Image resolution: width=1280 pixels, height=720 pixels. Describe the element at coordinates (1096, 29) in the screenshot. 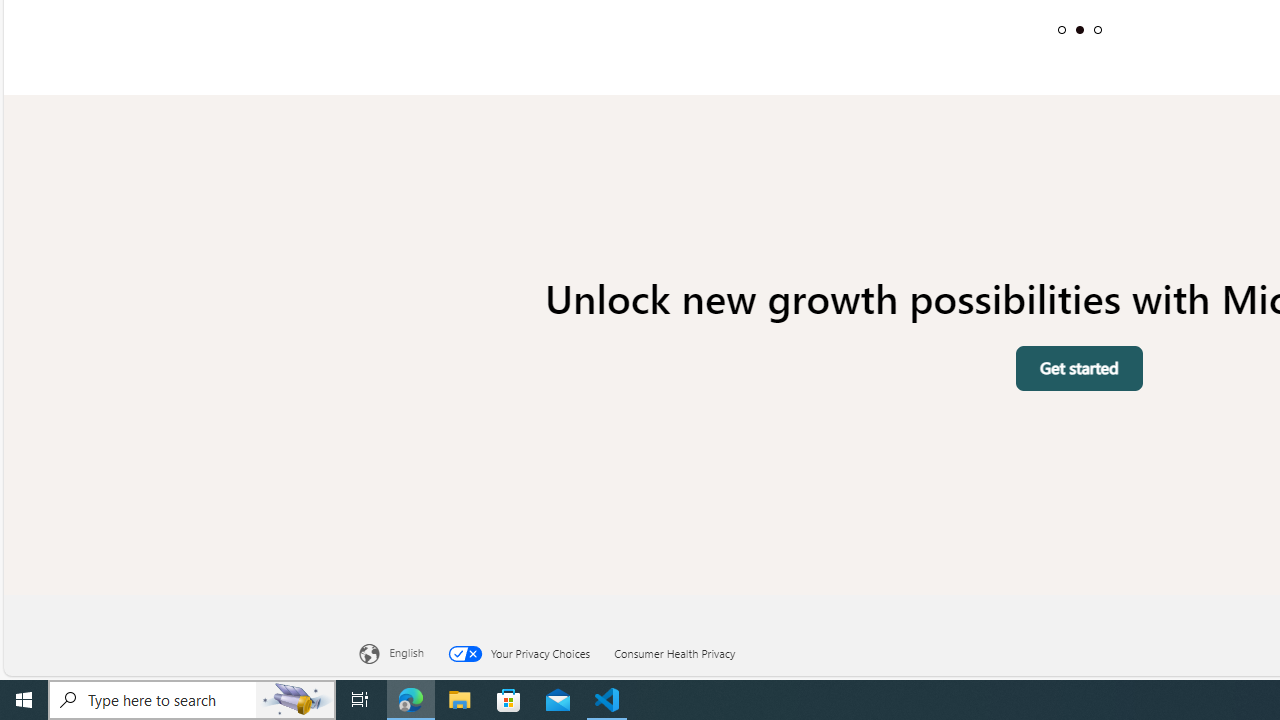

I see `'Slide 3'` at that location.